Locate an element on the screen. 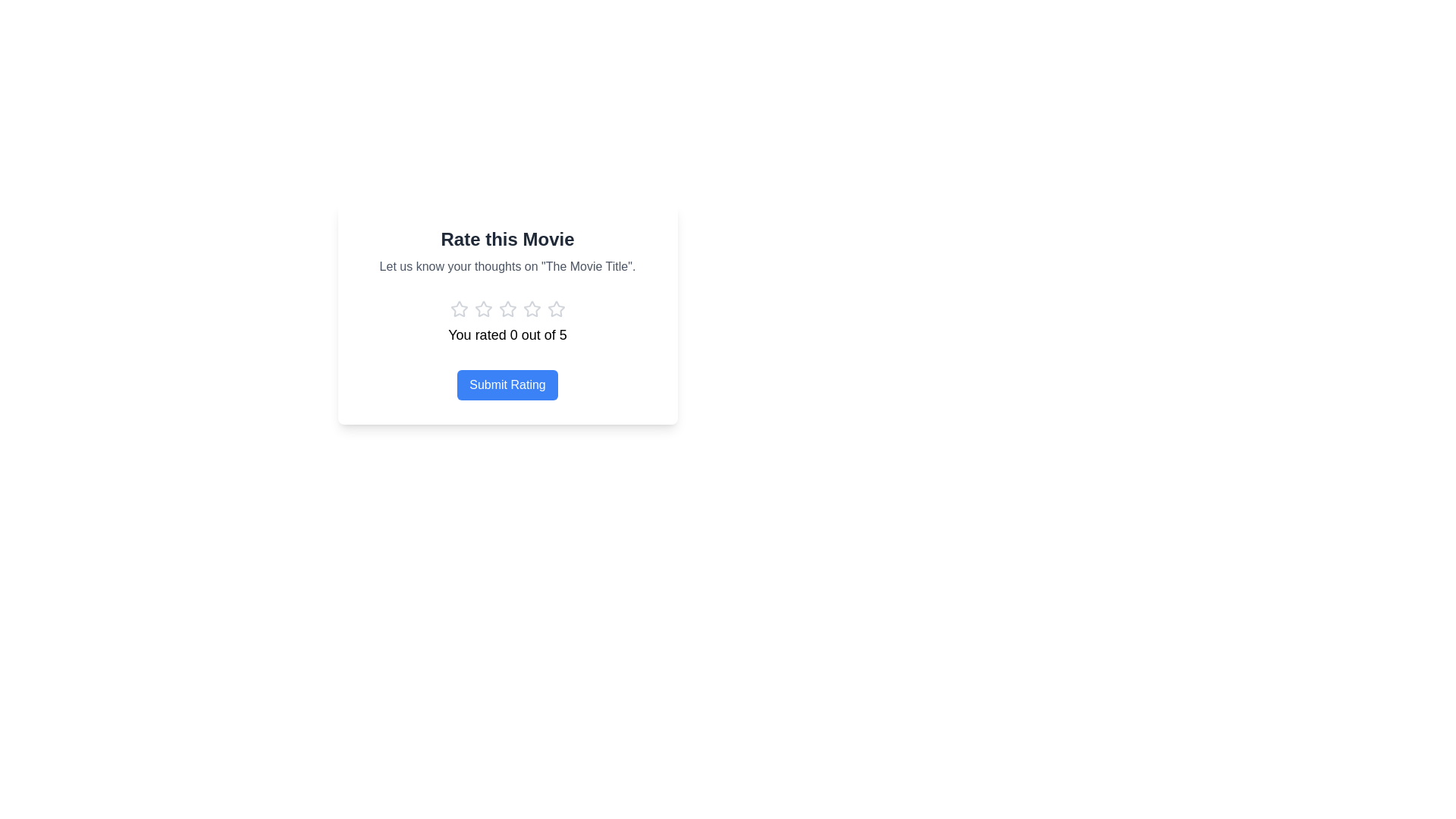 The width and height of the screenshot is (1456, 819). the third star in the interactive rating widget below 'Rate this Movie' is located at coordinates (507, 309).